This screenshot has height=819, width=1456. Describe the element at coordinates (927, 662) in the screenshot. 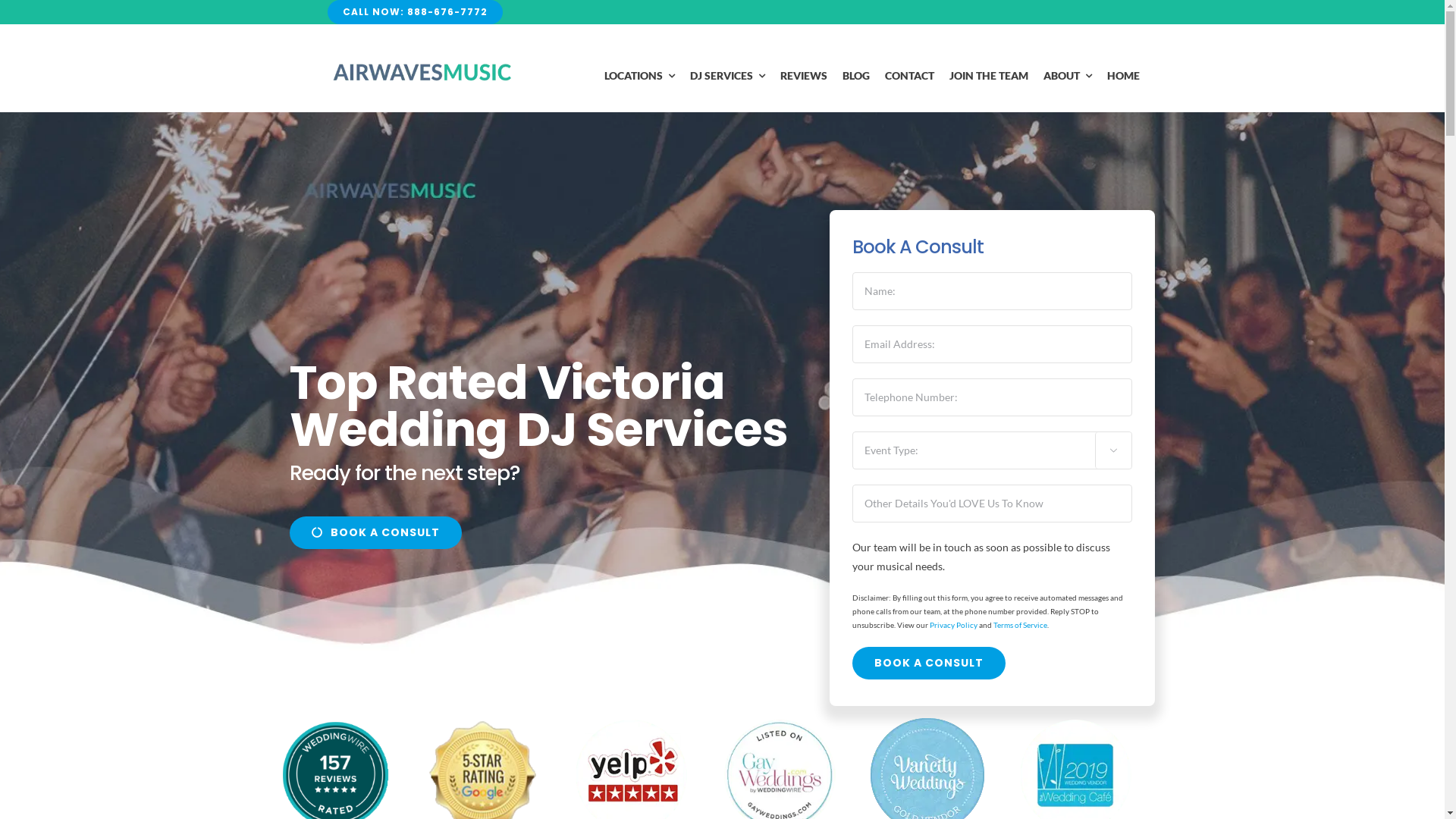

I see `'Book A Consult'` at that location.